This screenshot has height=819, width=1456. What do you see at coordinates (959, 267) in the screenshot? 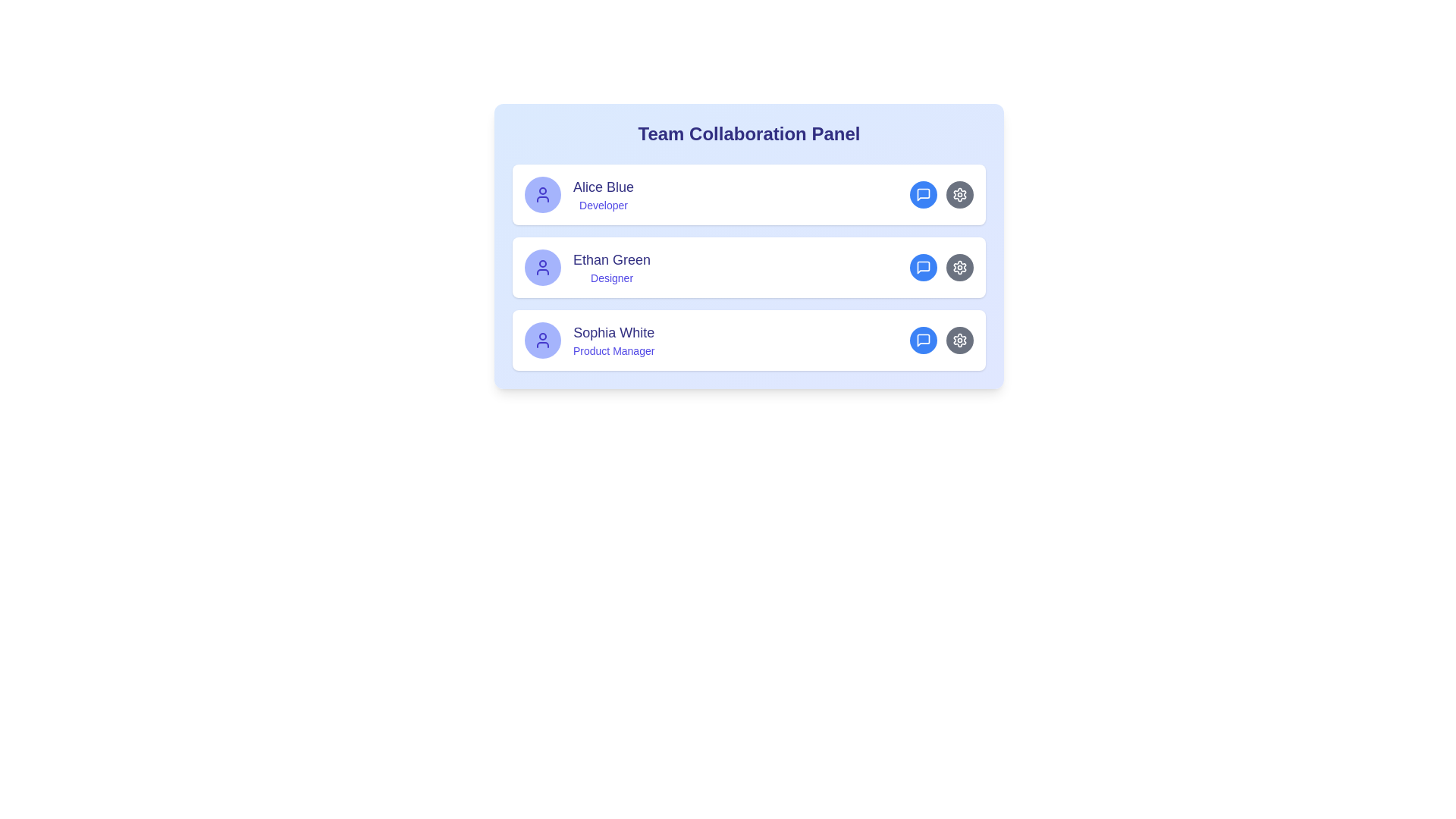
I see `the gear icon located in the second row of the user list panel, adjacent to Ethan Green's row` at bounding box center [959, 267].